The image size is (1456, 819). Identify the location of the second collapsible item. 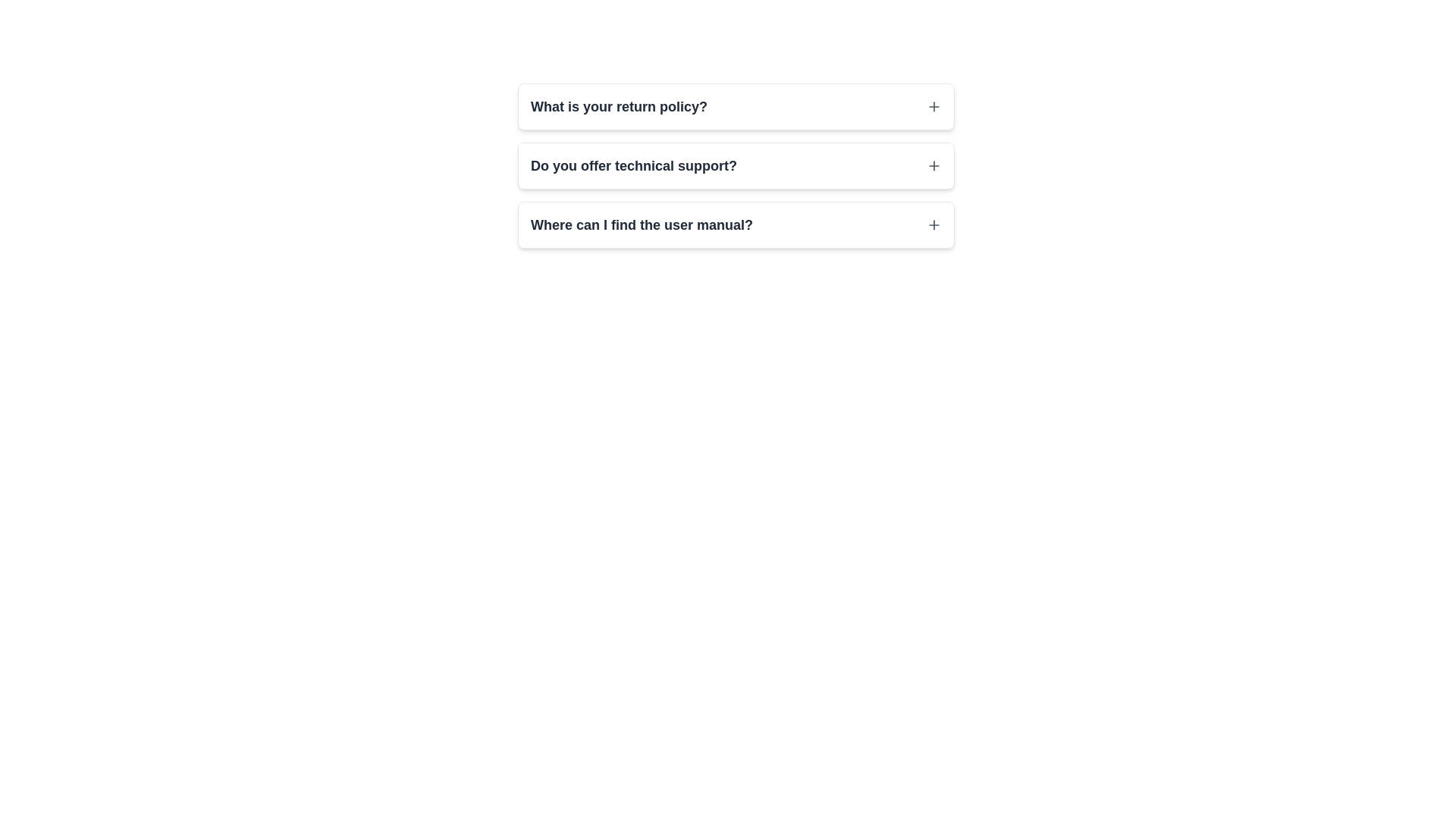
(736, 166).